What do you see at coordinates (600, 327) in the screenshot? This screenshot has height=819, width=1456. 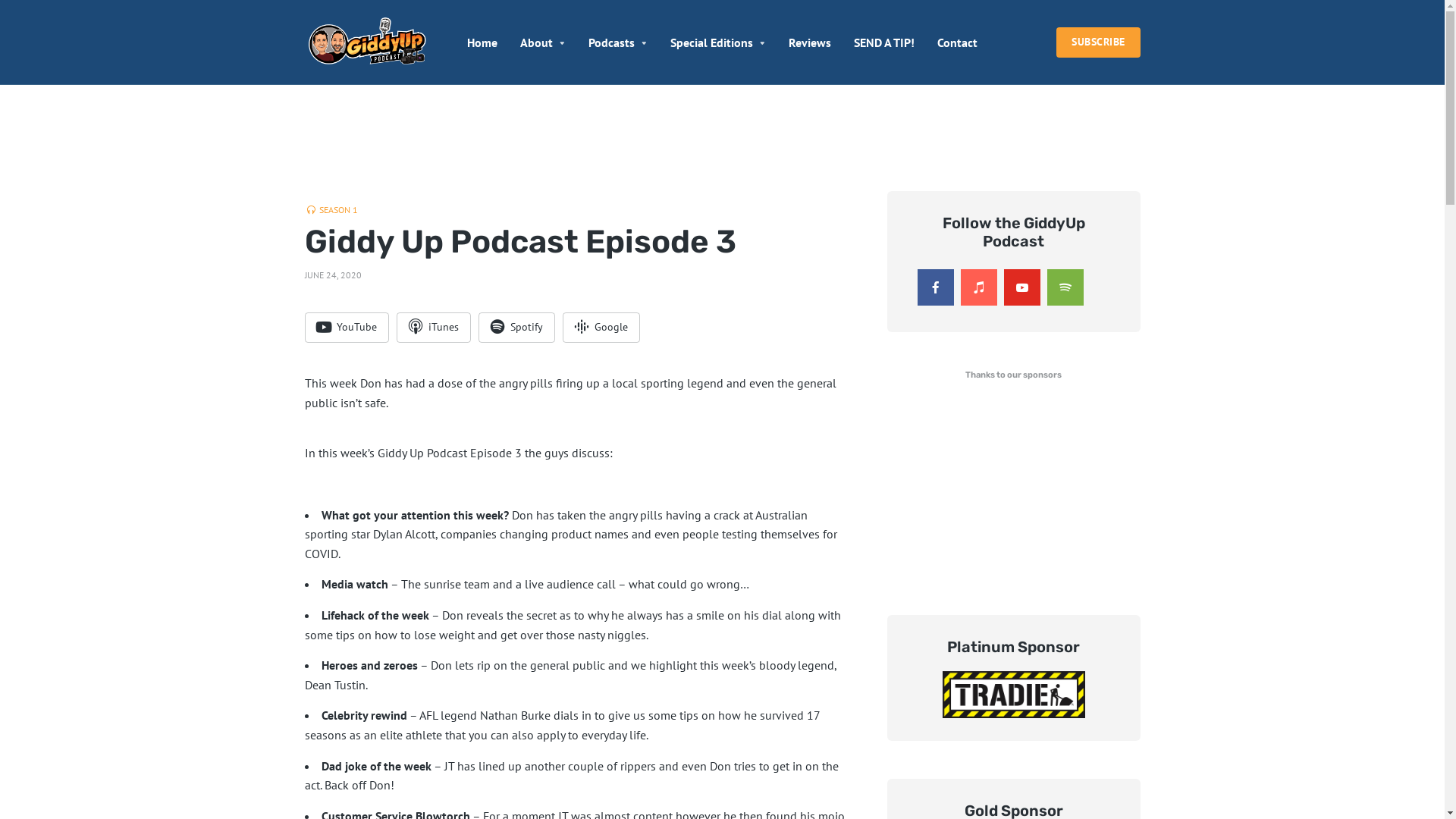 I see `'Google'` at bounding box center [600, 327].